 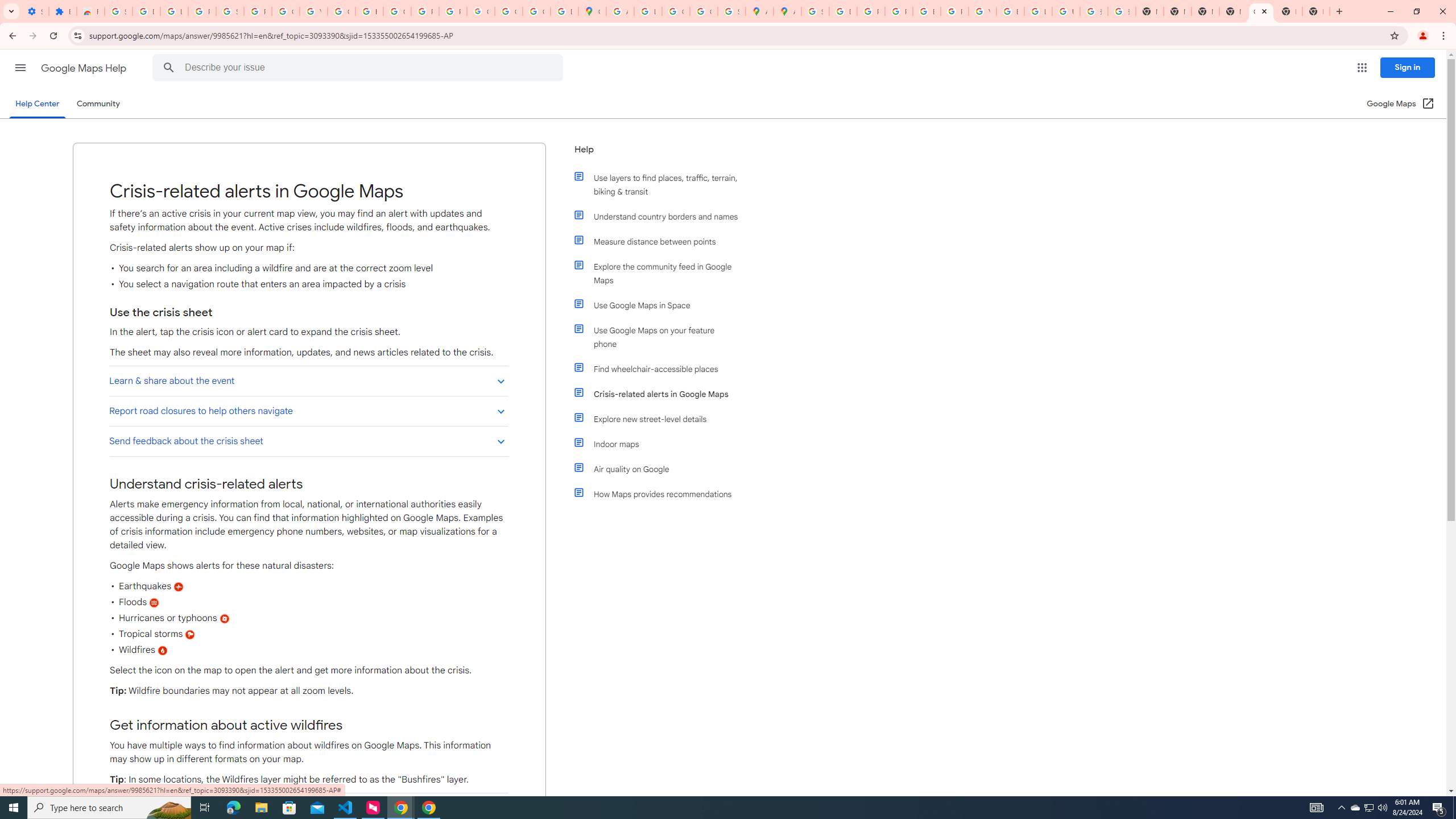 I want to click on 'Explore the community feed in Google Maps', so click(x=661, y=272).